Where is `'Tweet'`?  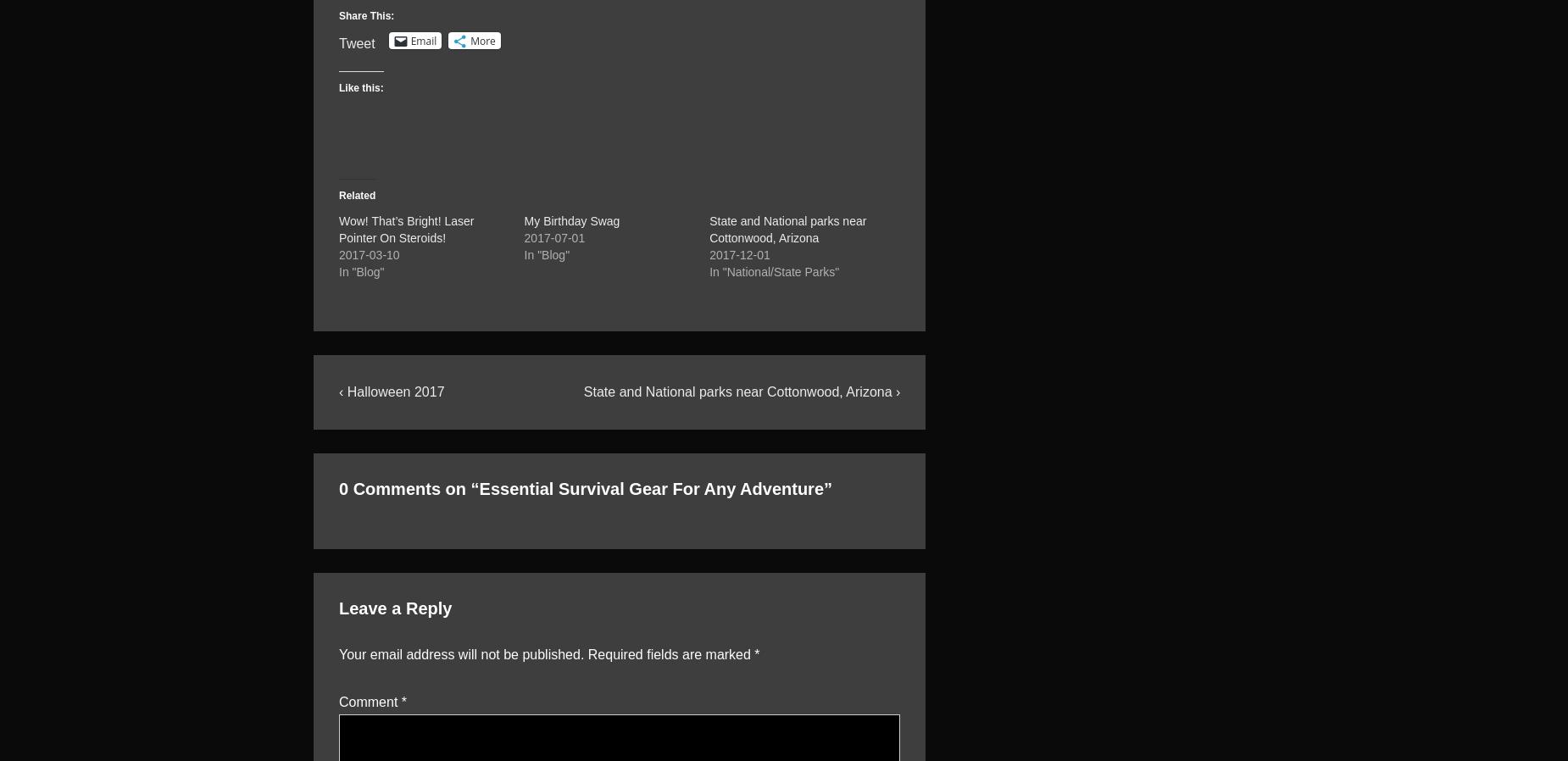 'Tweet' is located at coordinates (356, 42).